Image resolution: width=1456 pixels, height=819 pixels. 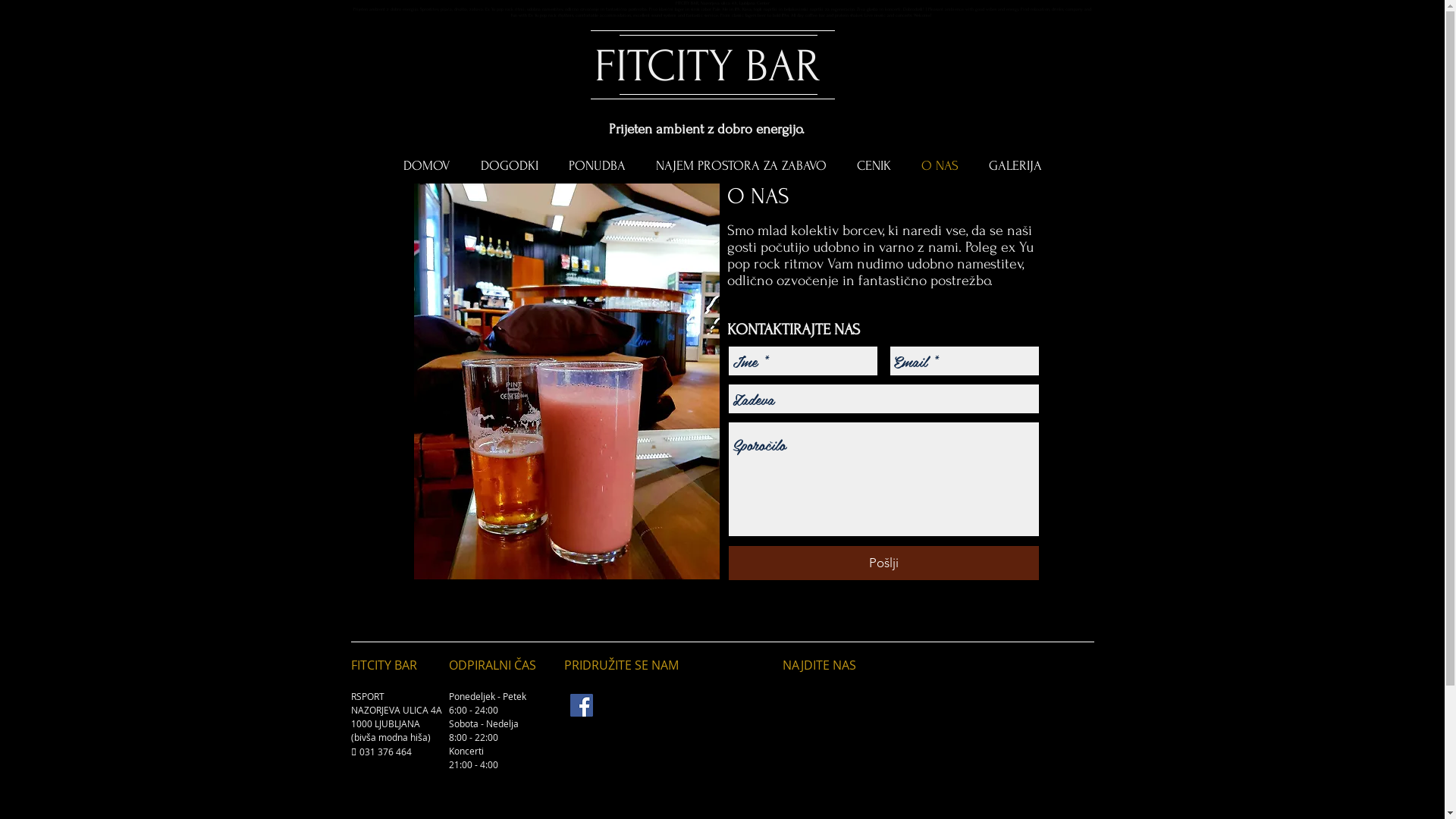 What do you see at coordinates (705, 128) in the screenshot?
I see `'Prijeten ambient z dobro energijo.'` at bounding box center [705, 128].